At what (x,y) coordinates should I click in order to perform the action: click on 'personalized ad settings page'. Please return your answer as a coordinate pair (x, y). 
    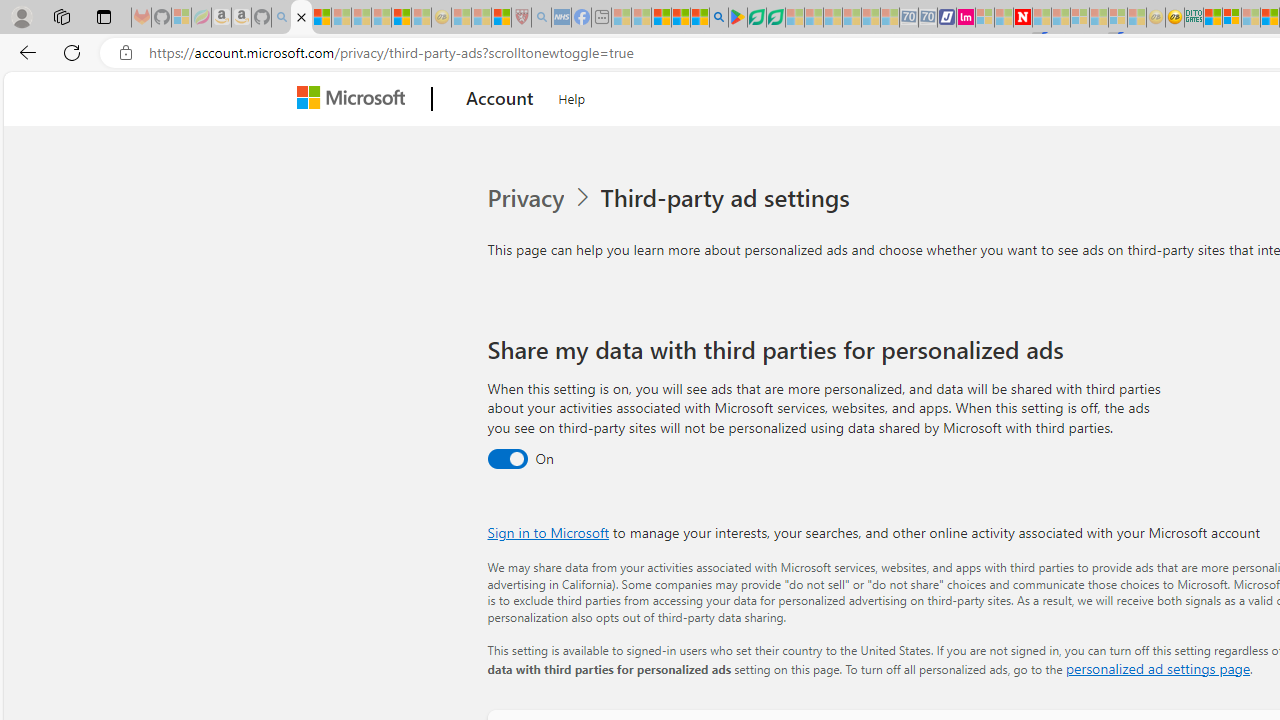
    Looking at the image, I should click on (1157, 668).